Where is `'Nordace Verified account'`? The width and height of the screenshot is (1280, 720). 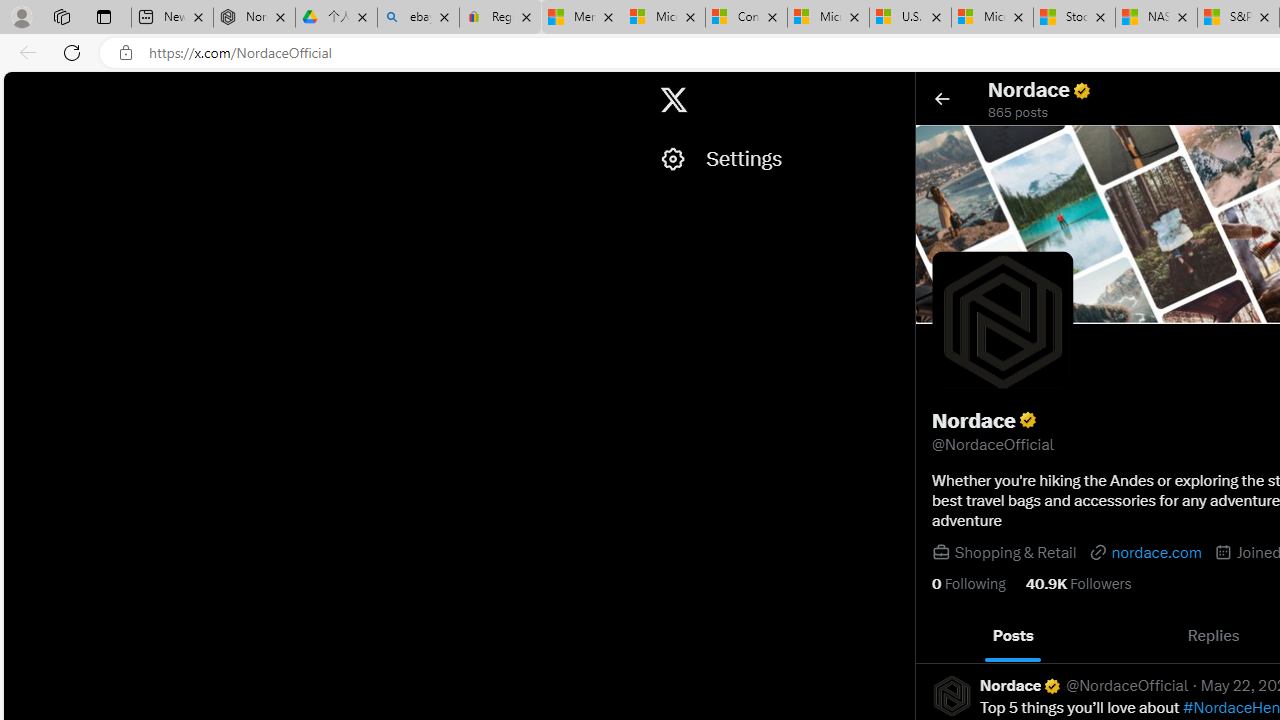
'Nordace Verified account' is located at coordinates (1021, 684).